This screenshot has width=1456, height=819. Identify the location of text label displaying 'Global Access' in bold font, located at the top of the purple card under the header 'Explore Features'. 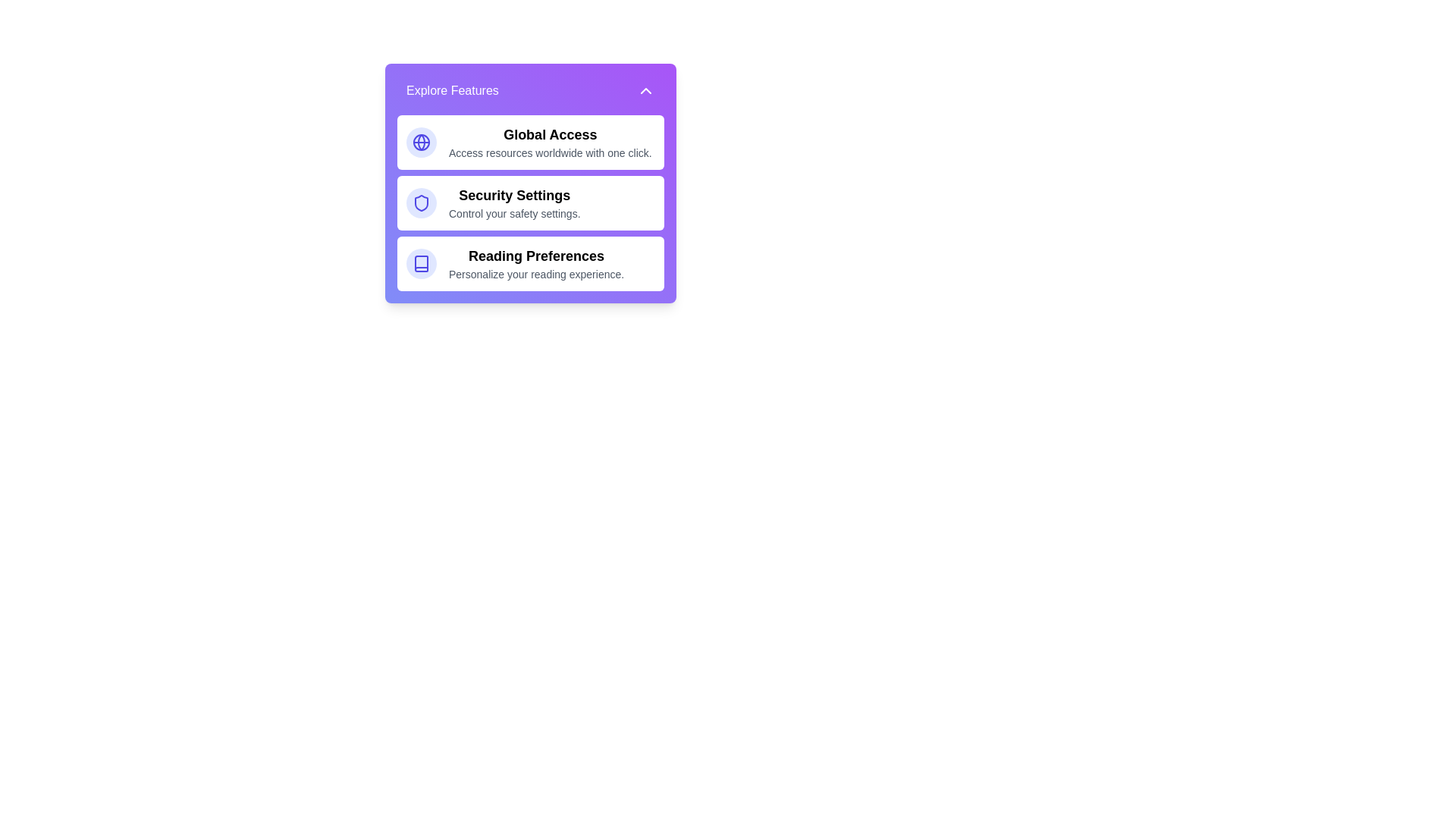
(549, 133).